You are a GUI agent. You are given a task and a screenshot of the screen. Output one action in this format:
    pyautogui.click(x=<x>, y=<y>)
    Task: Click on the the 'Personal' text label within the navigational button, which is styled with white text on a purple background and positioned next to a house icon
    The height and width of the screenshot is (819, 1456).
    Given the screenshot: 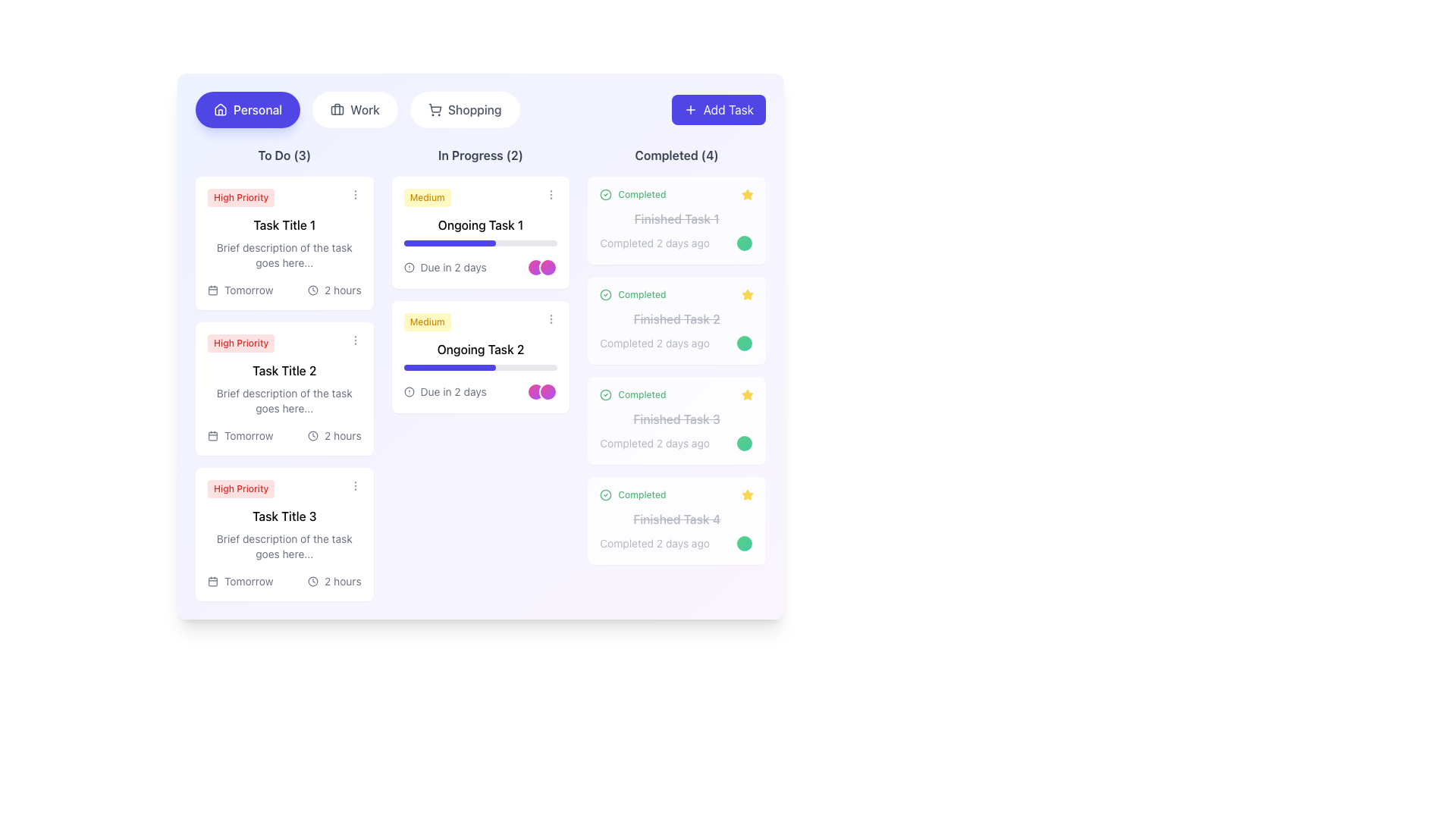 What is the action you would take?
    pyautogui.click(x=258, y=109)
    